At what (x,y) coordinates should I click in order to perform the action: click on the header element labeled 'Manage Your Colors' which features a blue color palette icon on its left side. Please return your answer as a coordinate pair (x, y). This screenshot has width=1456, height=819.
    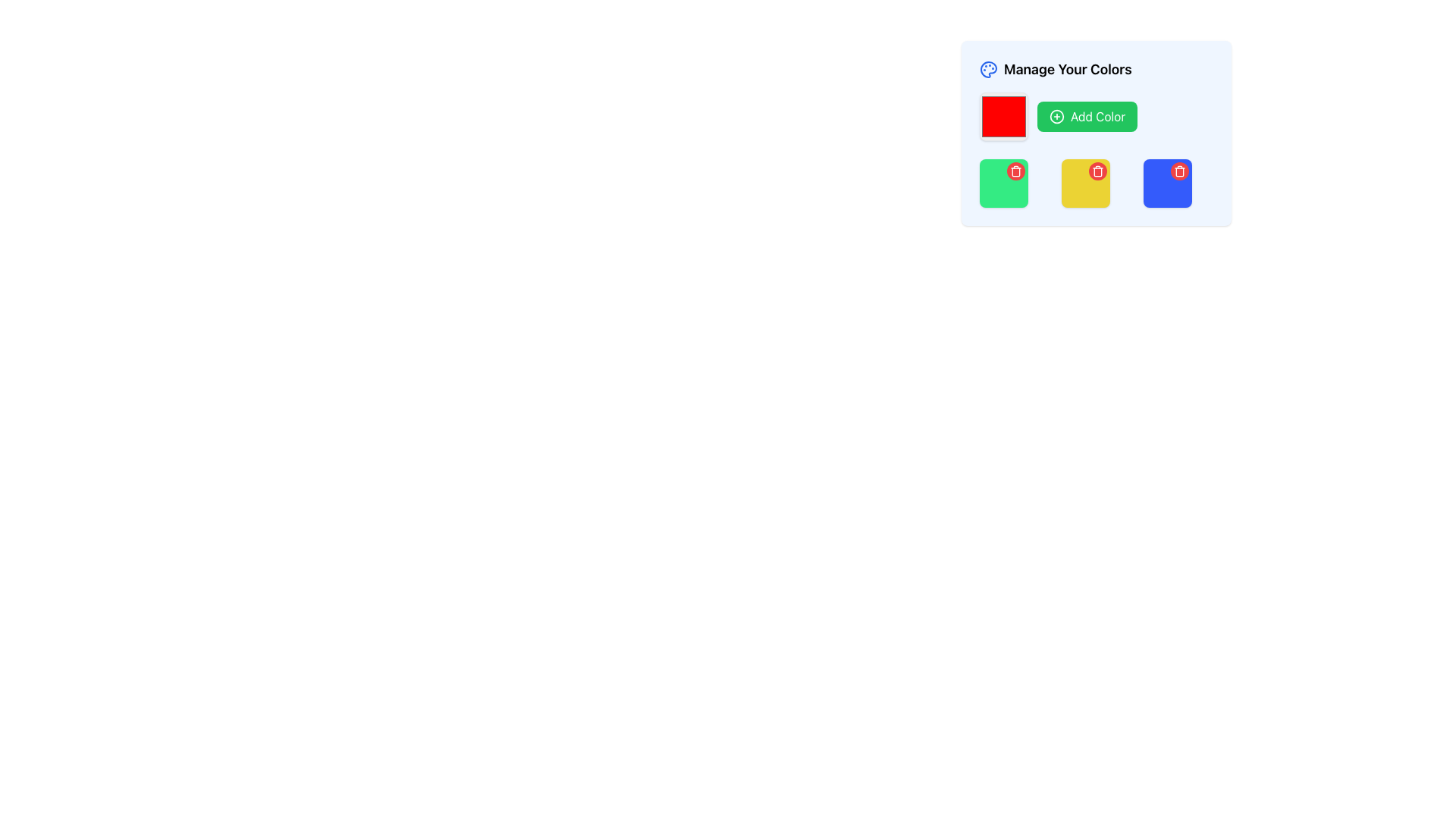
    Looking at the image, I should click on (1096, 70).